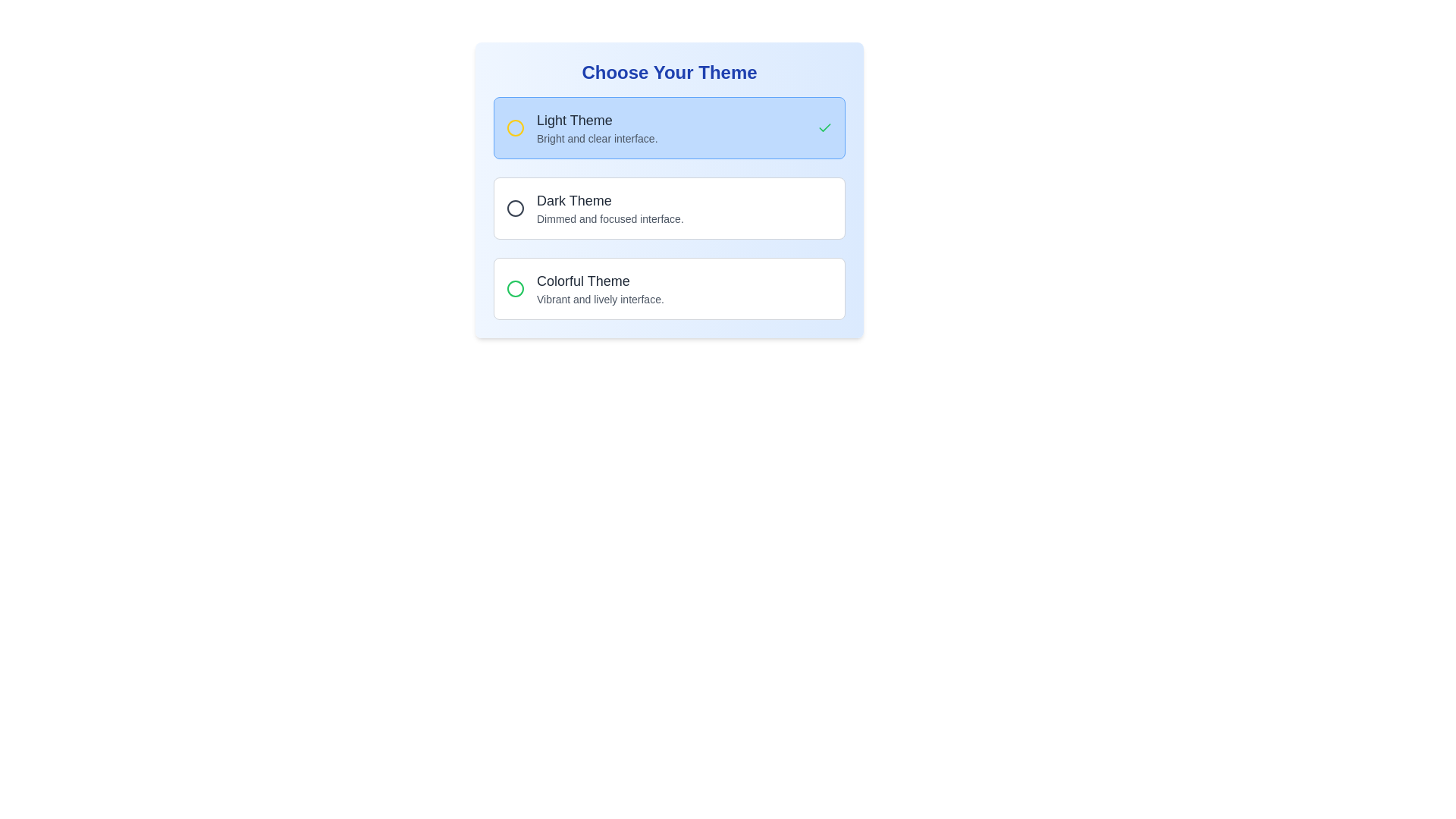  What do you see at coordinates (596, 119) in the screenshot?
I see `the 'Light Theme' text label, which serves as a label for the corresponding radio button in the theme selection list` at bounding box center [596, 119].